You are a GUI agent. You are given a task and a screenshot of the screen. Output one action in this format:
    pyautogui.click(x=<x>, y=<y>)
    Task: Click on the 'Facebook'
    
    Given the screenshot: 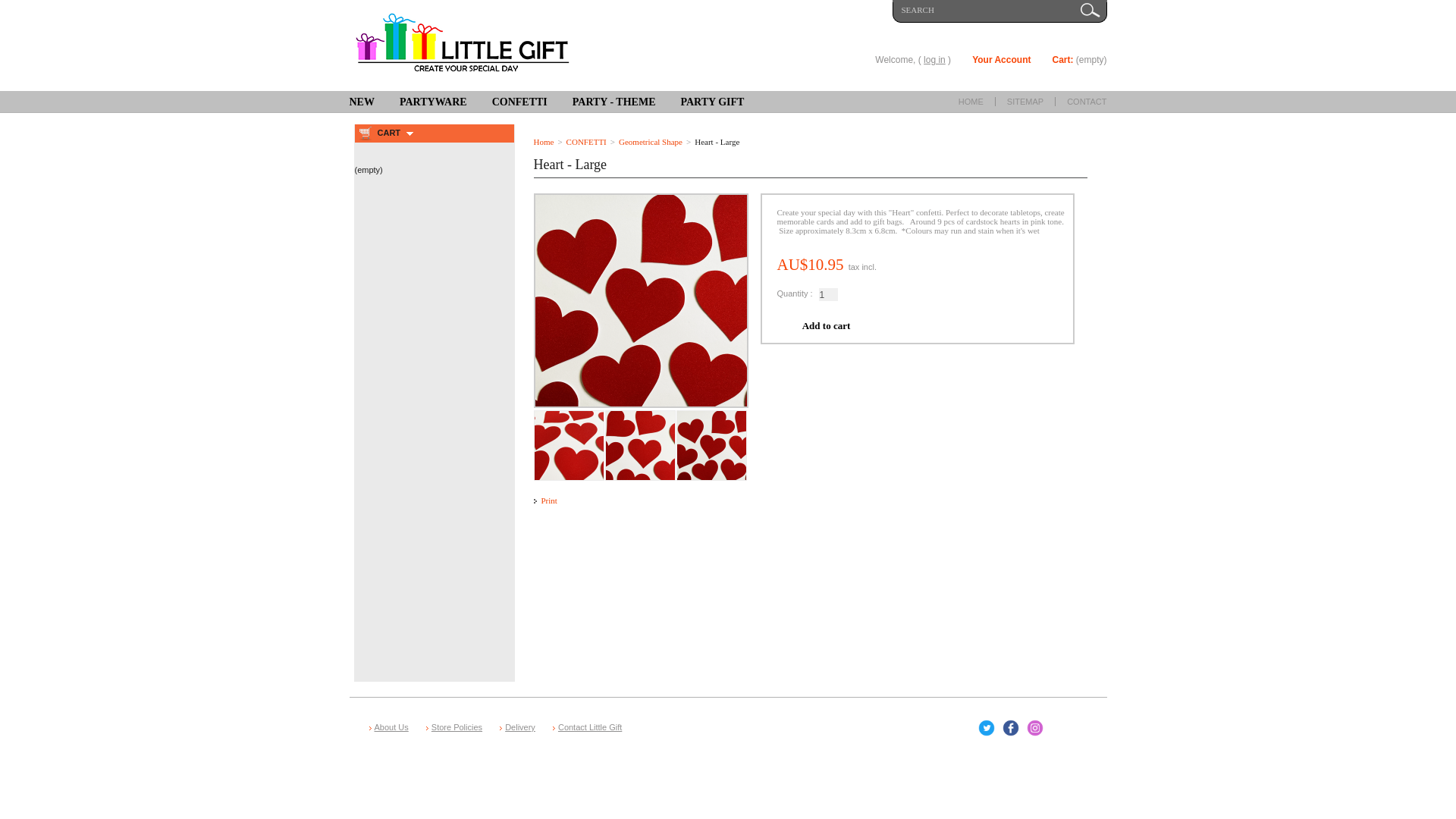 What is the action you would take?
    pyautogui.click(x=1011, y=727)
    